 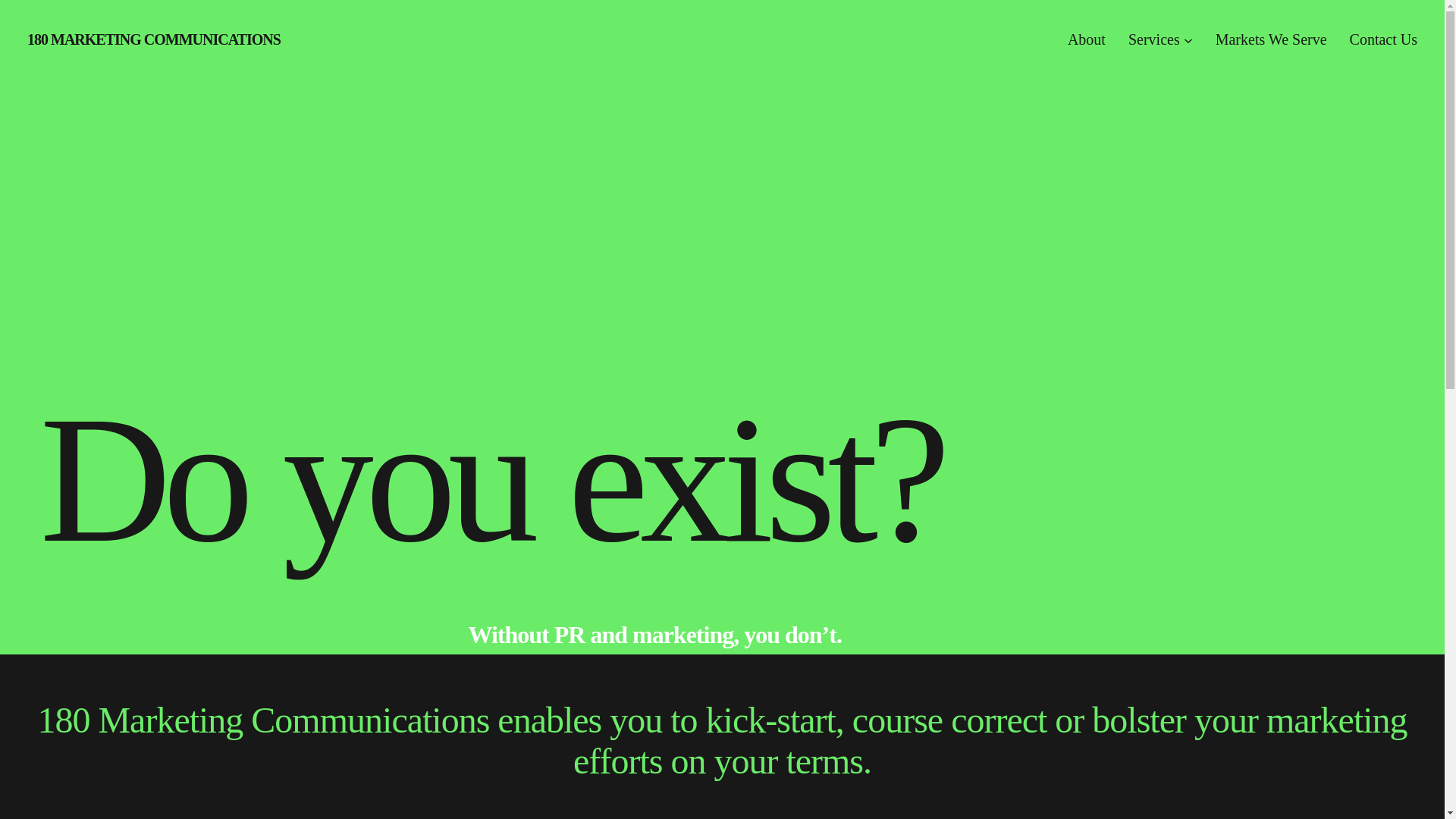 I want to click on 'Markets We Serve', so click(x=1271, y=38).